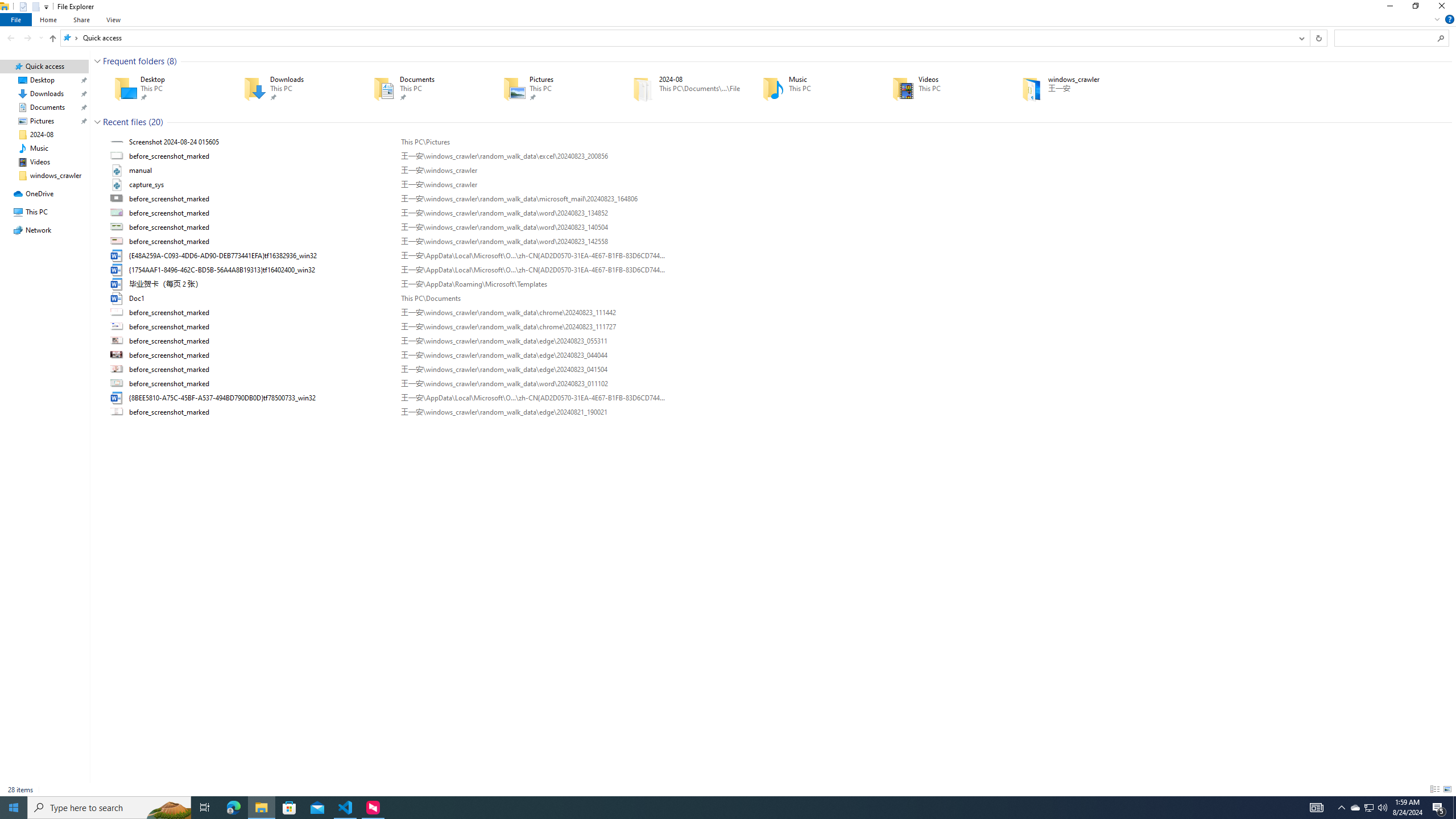  What do you see at coordinates (102, 37) in the screenshot?
I see `'Quick access'` at bounding box center [102, 37].